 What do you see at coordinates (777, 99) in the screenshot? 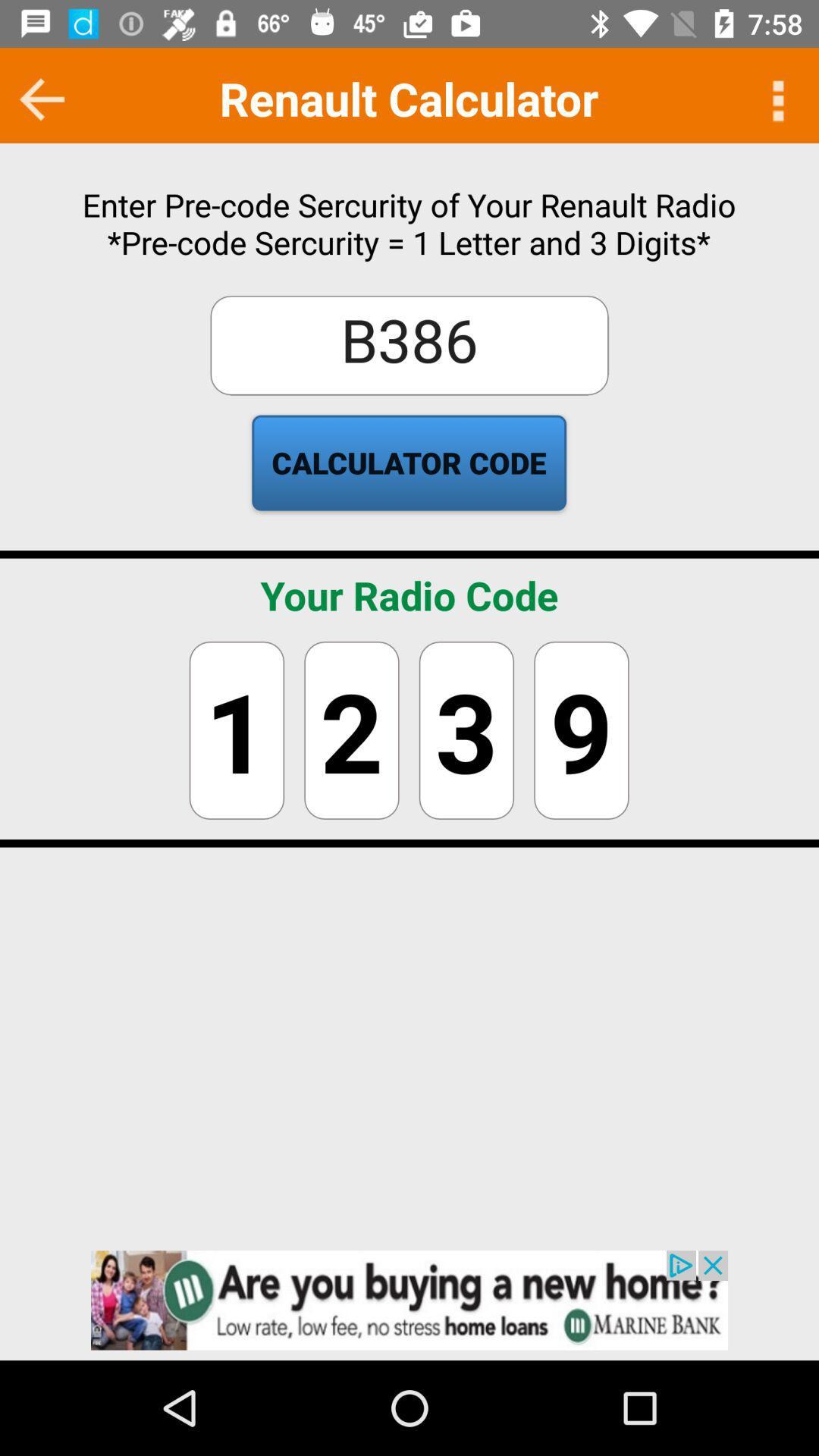
I see `the more icon` at bounding box center [777, 99].